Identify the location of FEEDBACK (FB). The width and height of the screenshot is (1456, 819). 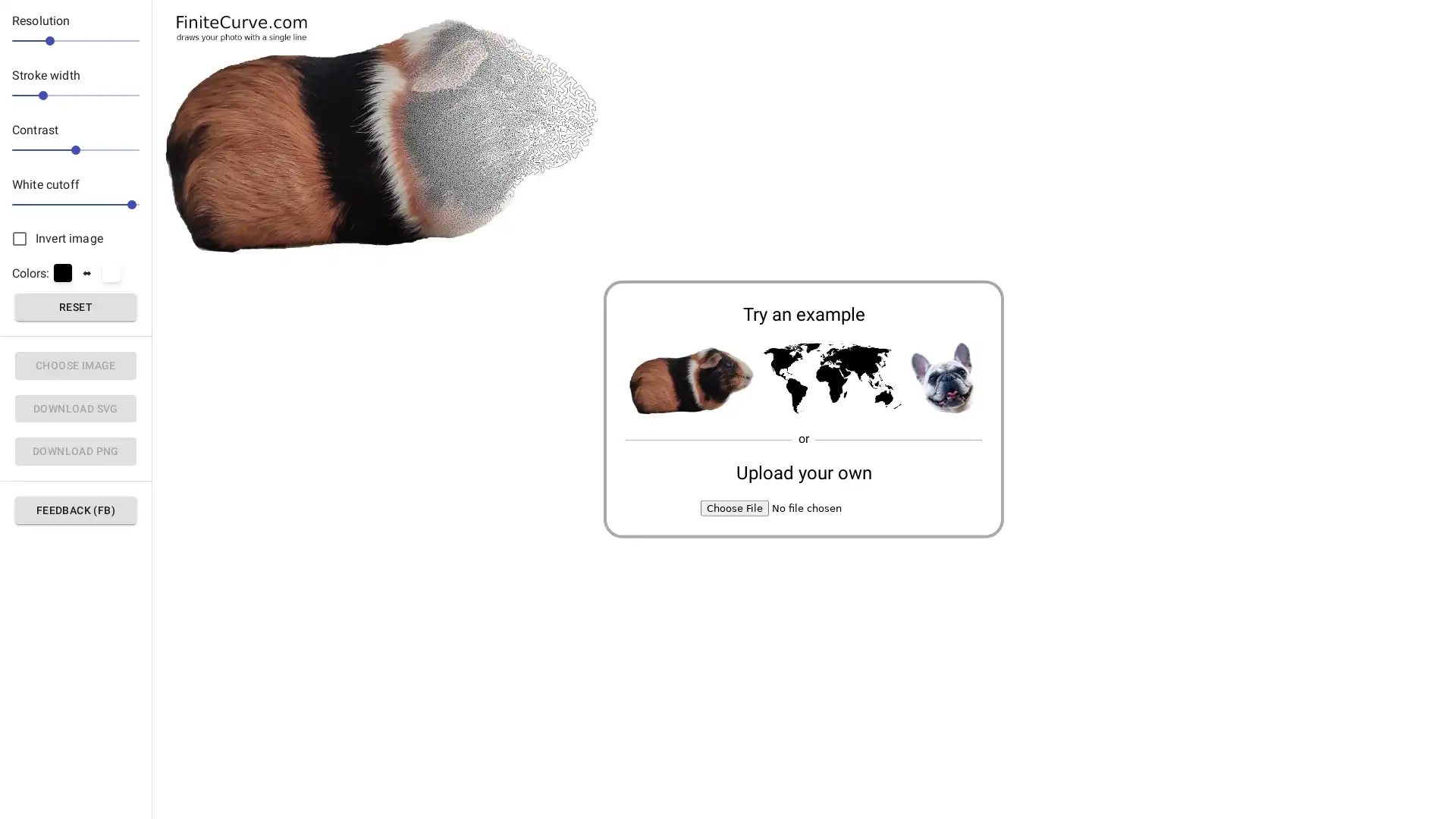
(75, 510).